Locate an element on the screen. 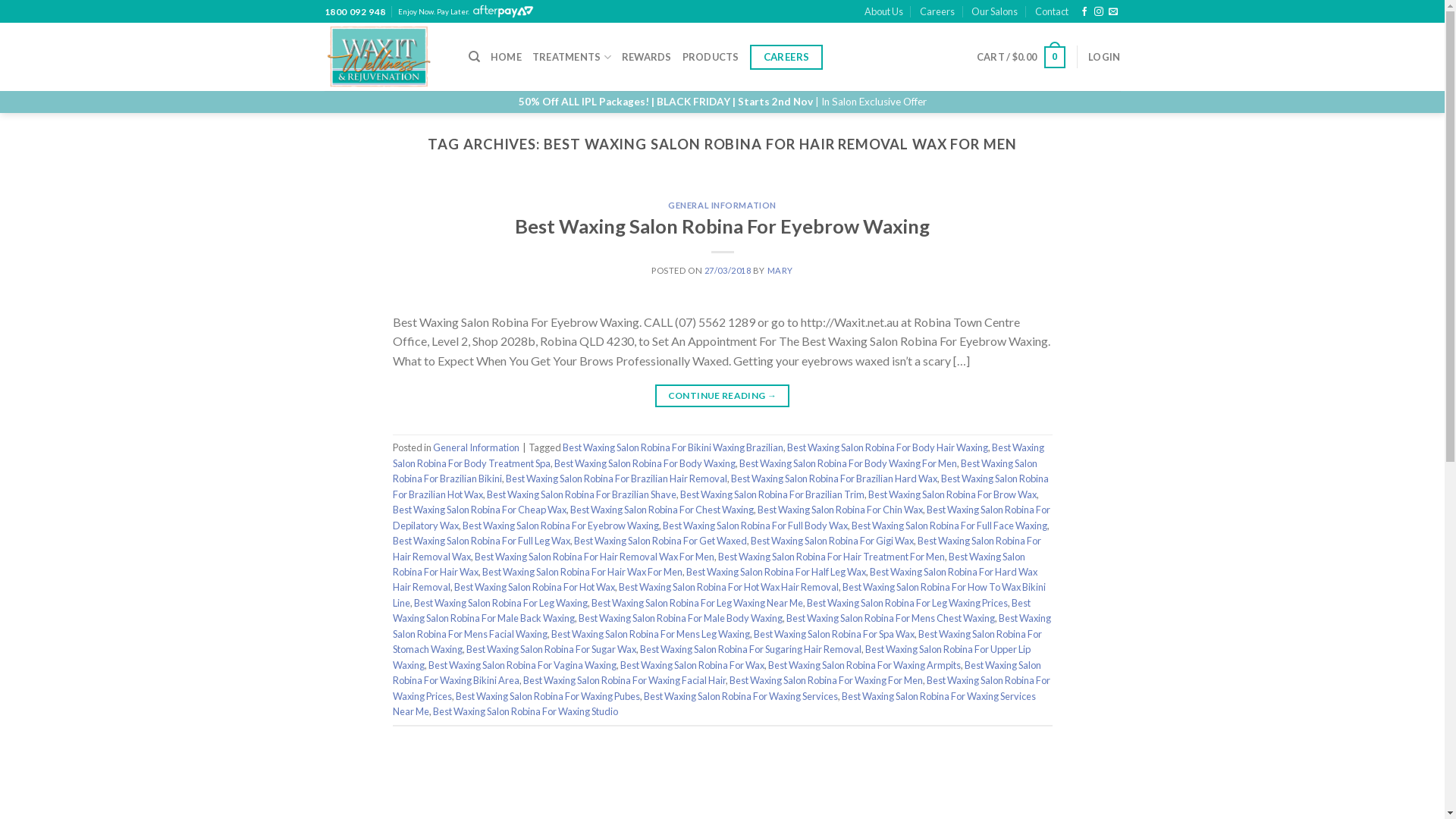 The width and height of the screenshot is (1456, 819). 'Best Waxing Salon Robina For Full Face Waxing' is located at coordinates (948, 525).